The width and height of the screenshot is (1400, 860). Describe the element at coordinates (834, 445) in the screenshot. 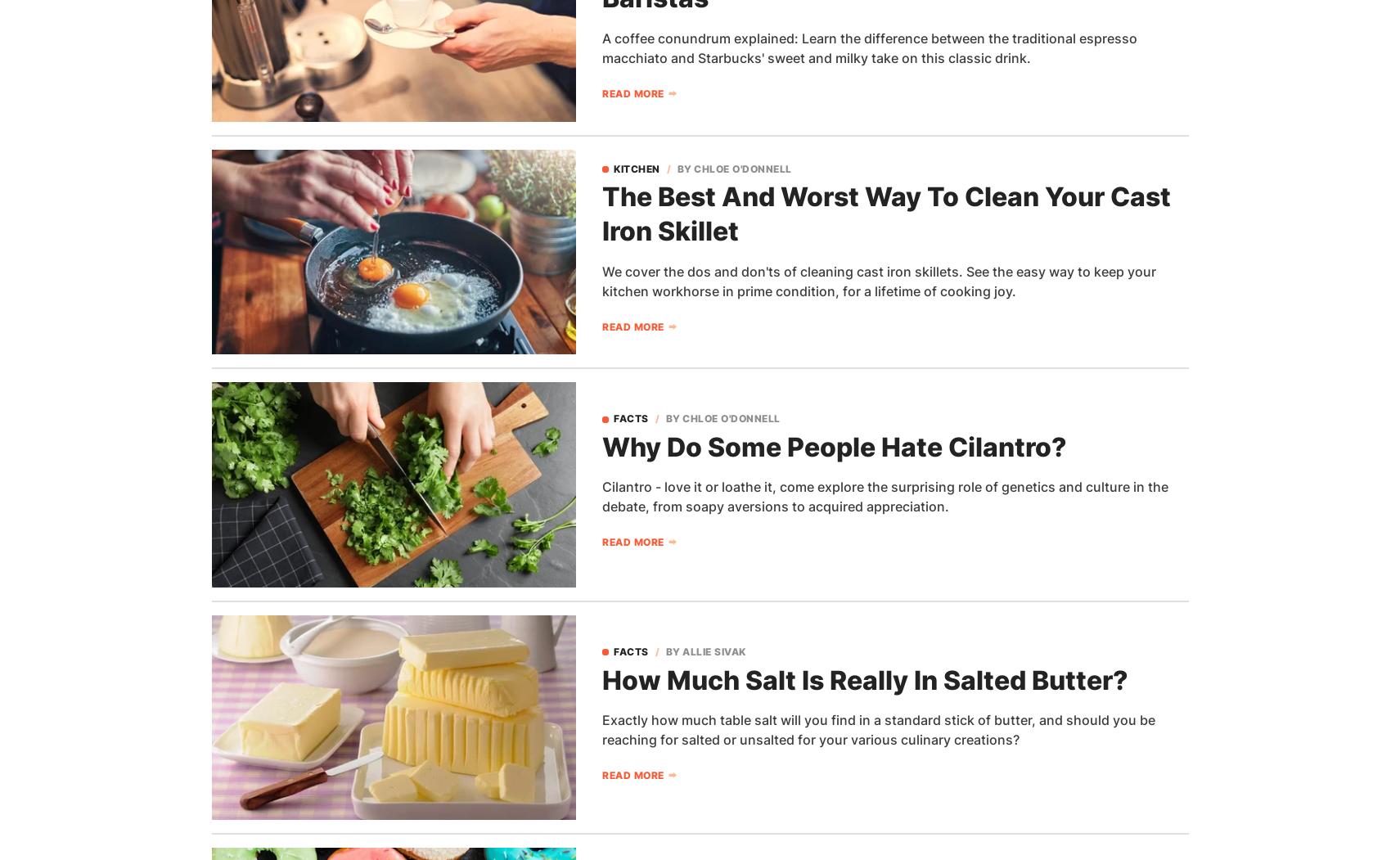

I see `'Why Do Some People Hate Cilantro?'` at that location.